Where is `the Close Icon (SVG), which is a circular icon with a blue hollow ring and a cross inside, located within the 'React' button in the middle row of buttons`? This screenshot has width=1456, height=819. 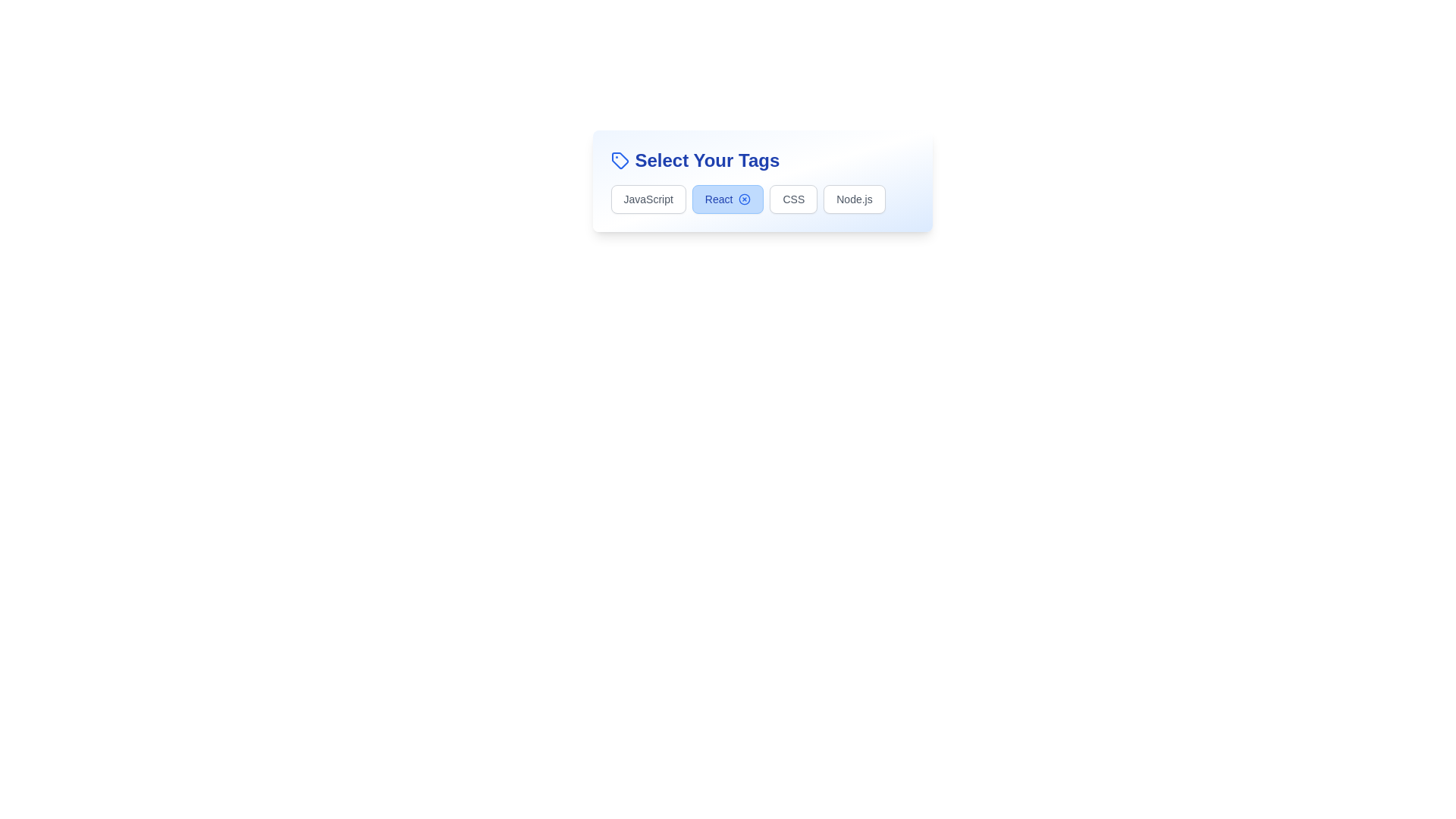 the Close Icon (SVG), which is a circular icon with a blue hollow ring and a cross inside, located within the 'React' button in the middle row of buttons is located at coordinates (745, 198).